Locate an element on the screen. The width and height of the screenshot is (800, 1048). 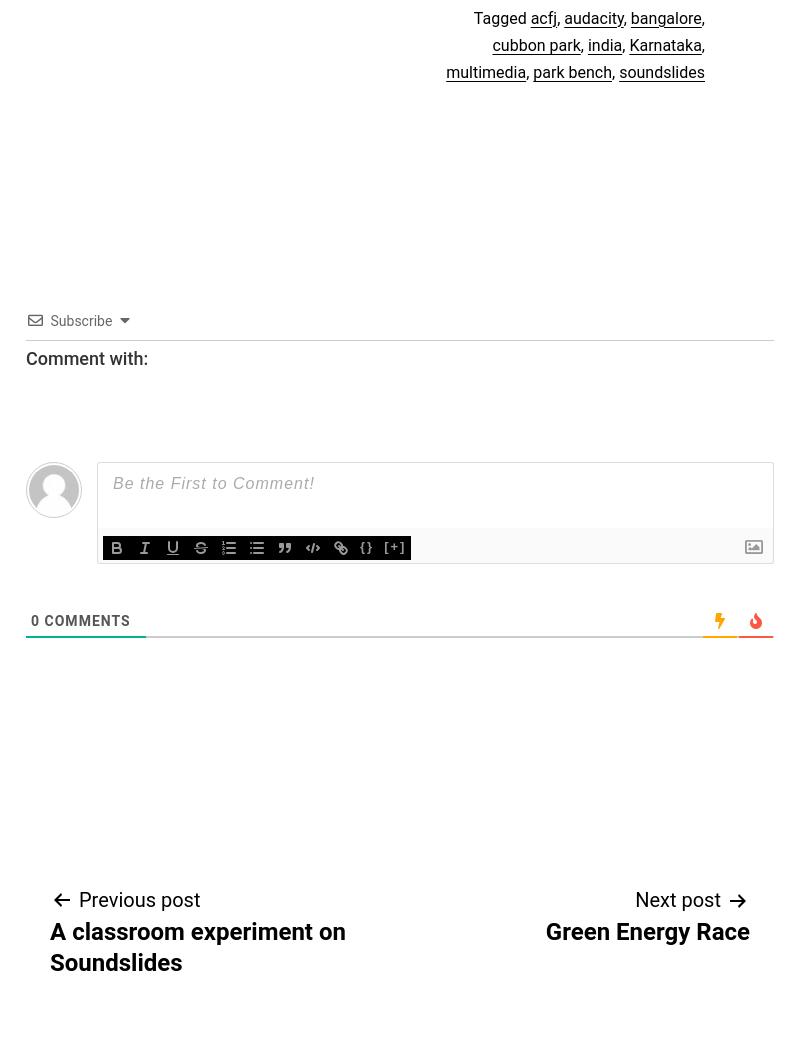
'[+]' is located at coordinates (383, 545).